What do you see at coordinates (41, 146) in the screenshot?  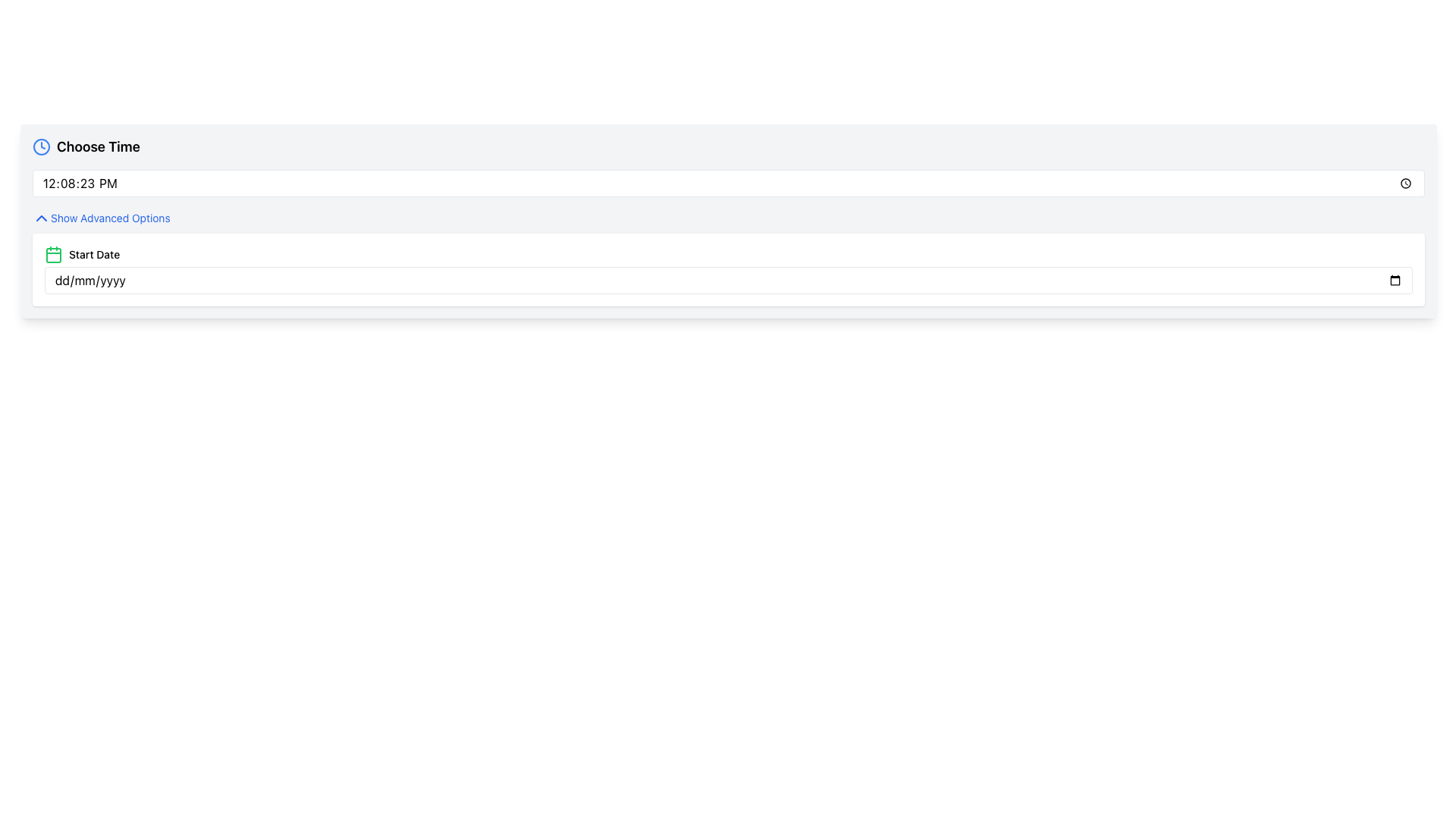 I see `the outer circular component of the clock icon located adjacent to the 'Choose Time' label` at bounding box center [41, 146].